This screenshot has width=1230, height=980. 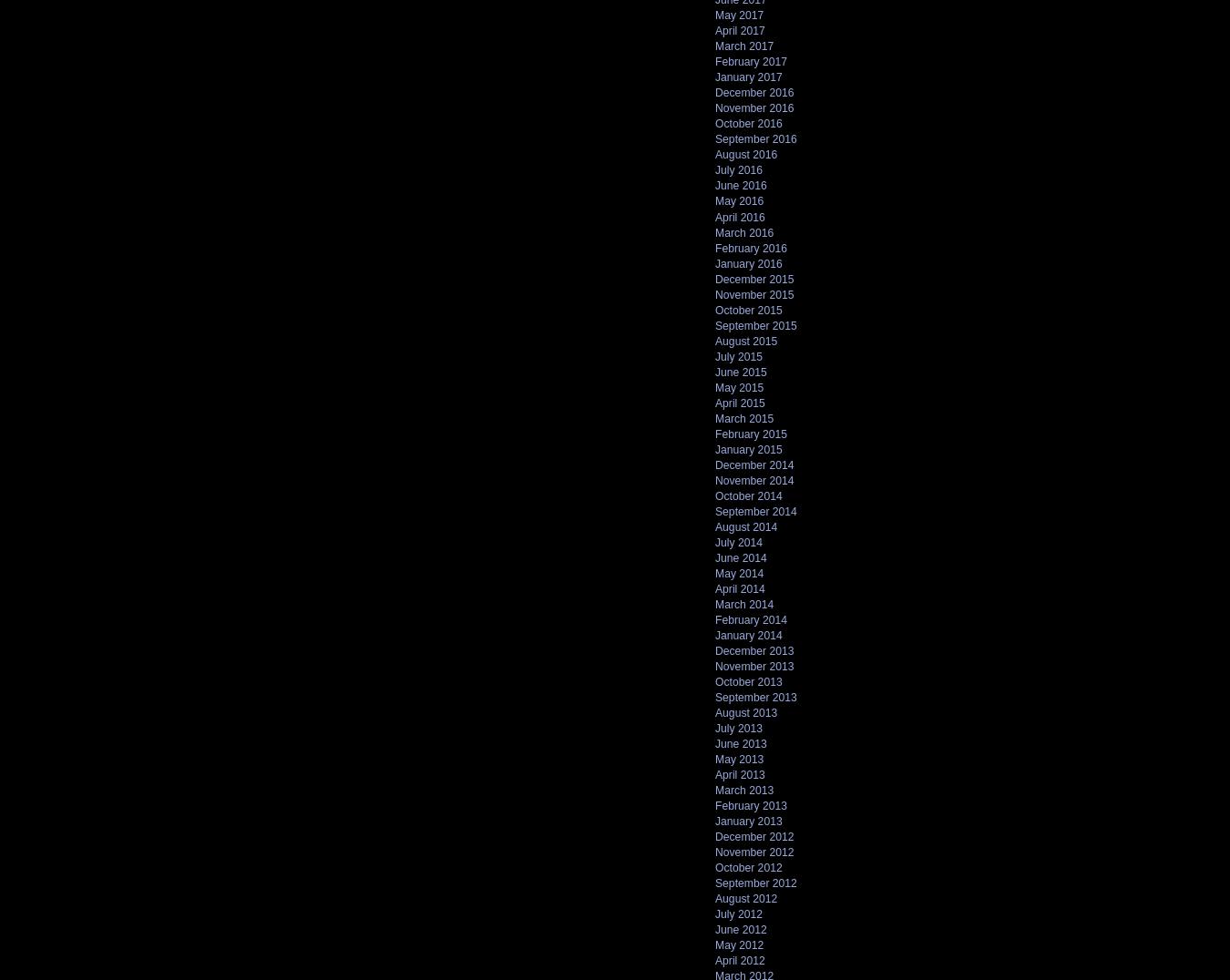 I want to click on 'April 2016', so click(x=740, y=217).